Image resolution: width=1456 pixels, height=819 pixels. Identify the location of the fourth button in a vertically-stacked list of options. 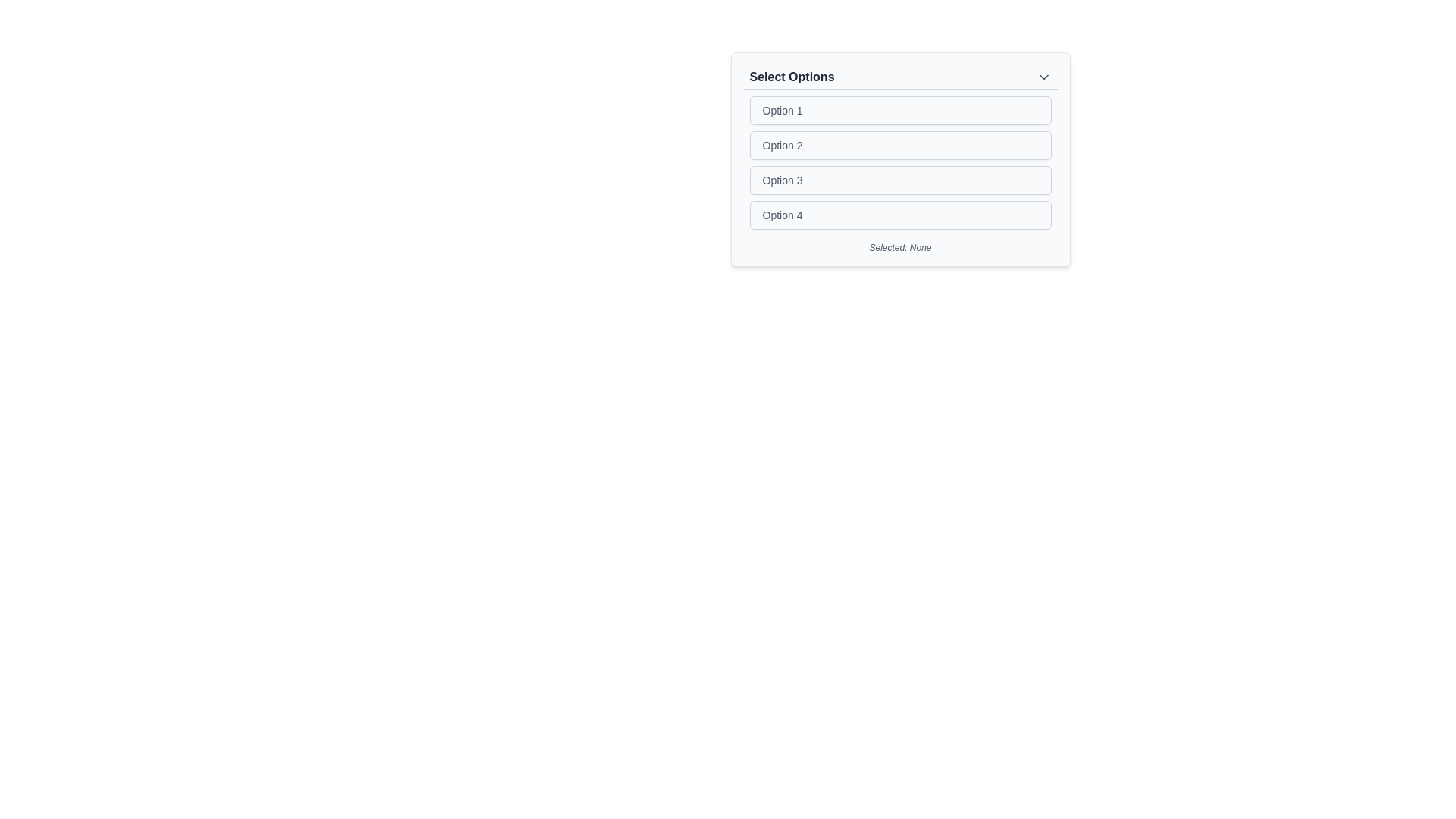
(900, 215).